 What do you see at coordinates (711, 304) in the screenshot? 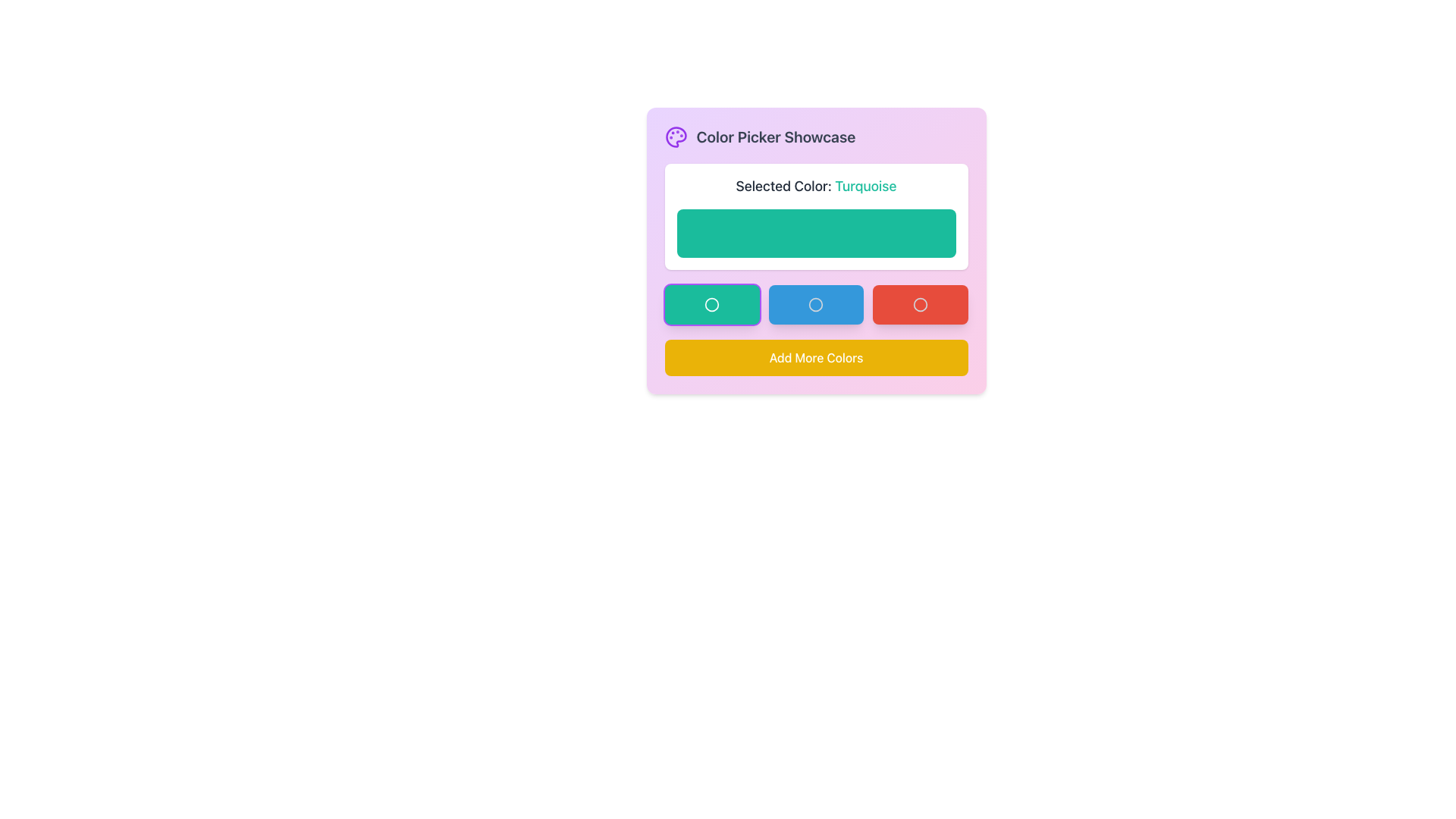
I see `the leftmost circular color selection option in the color picker interface` at bounding box center [711, 304].